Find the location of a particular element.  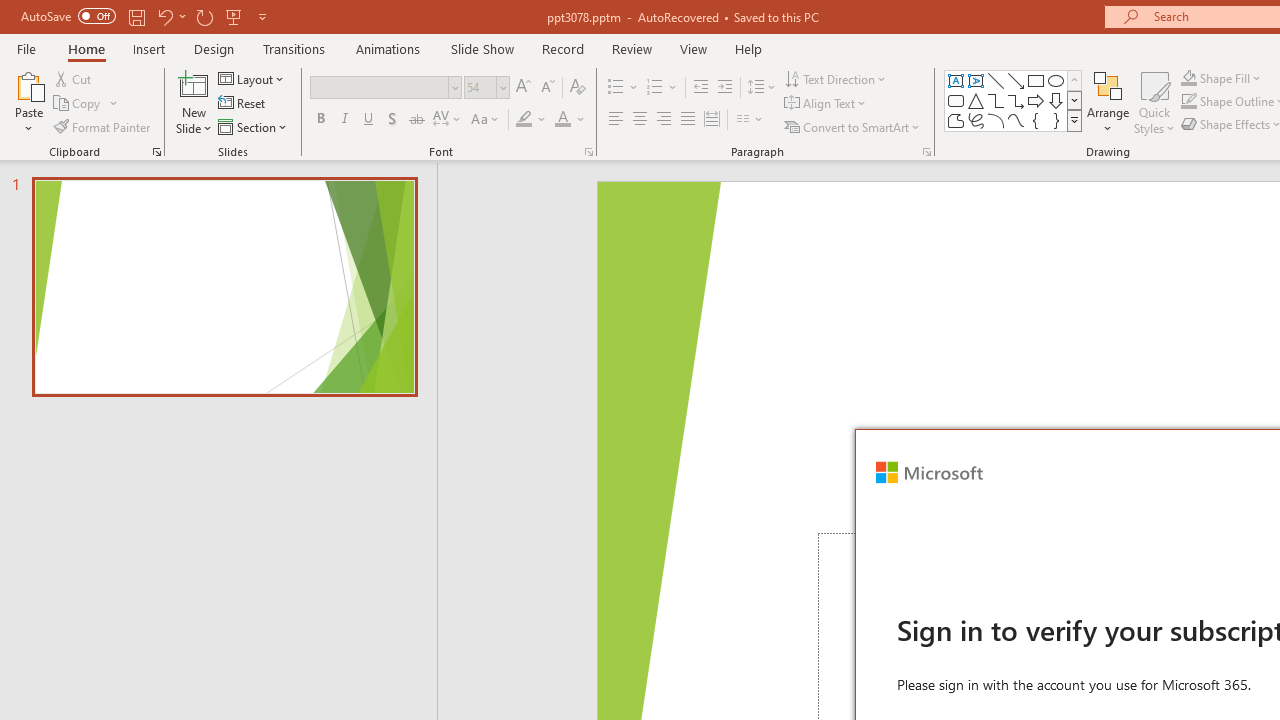

'Justify' is located at coordinates (688, 119).